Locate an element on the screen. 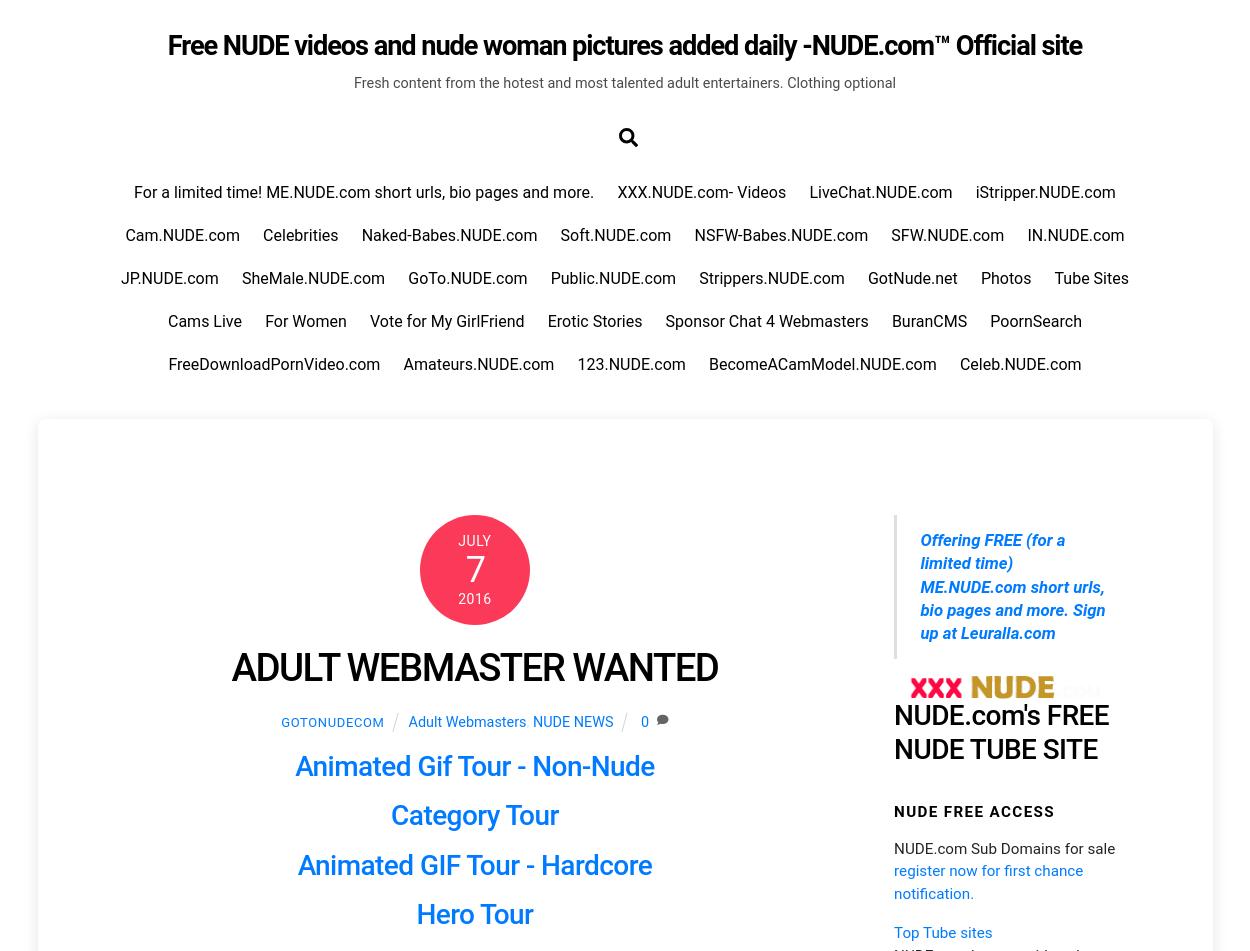 The height and width of the screenshot is (951, 1250). 'Nicole Oring' is located at coordinates (935, 351).